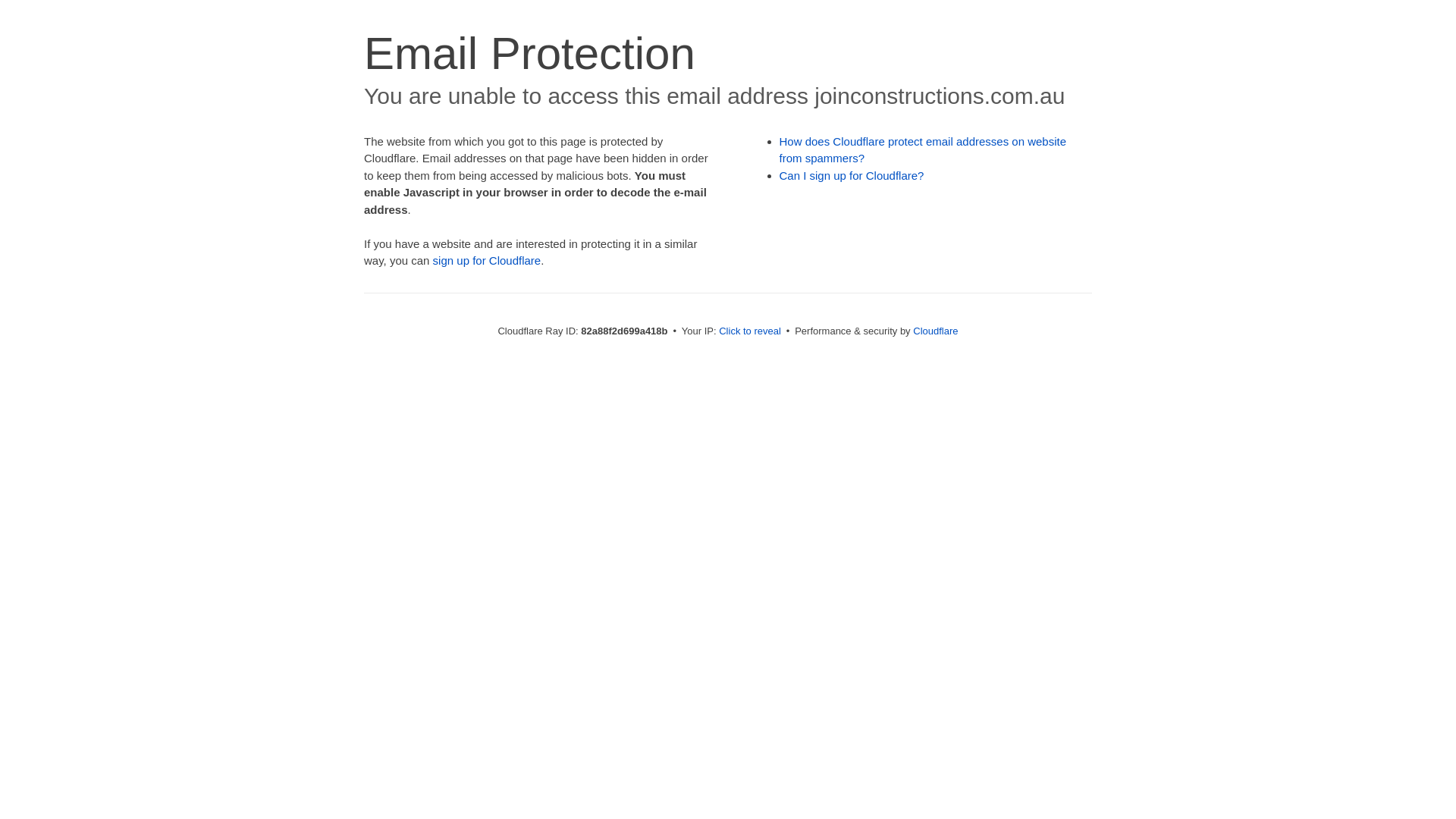 The height and width of the screenshot is (819, 1456). I want to click on 'Cloudflare', so click(934, 330).